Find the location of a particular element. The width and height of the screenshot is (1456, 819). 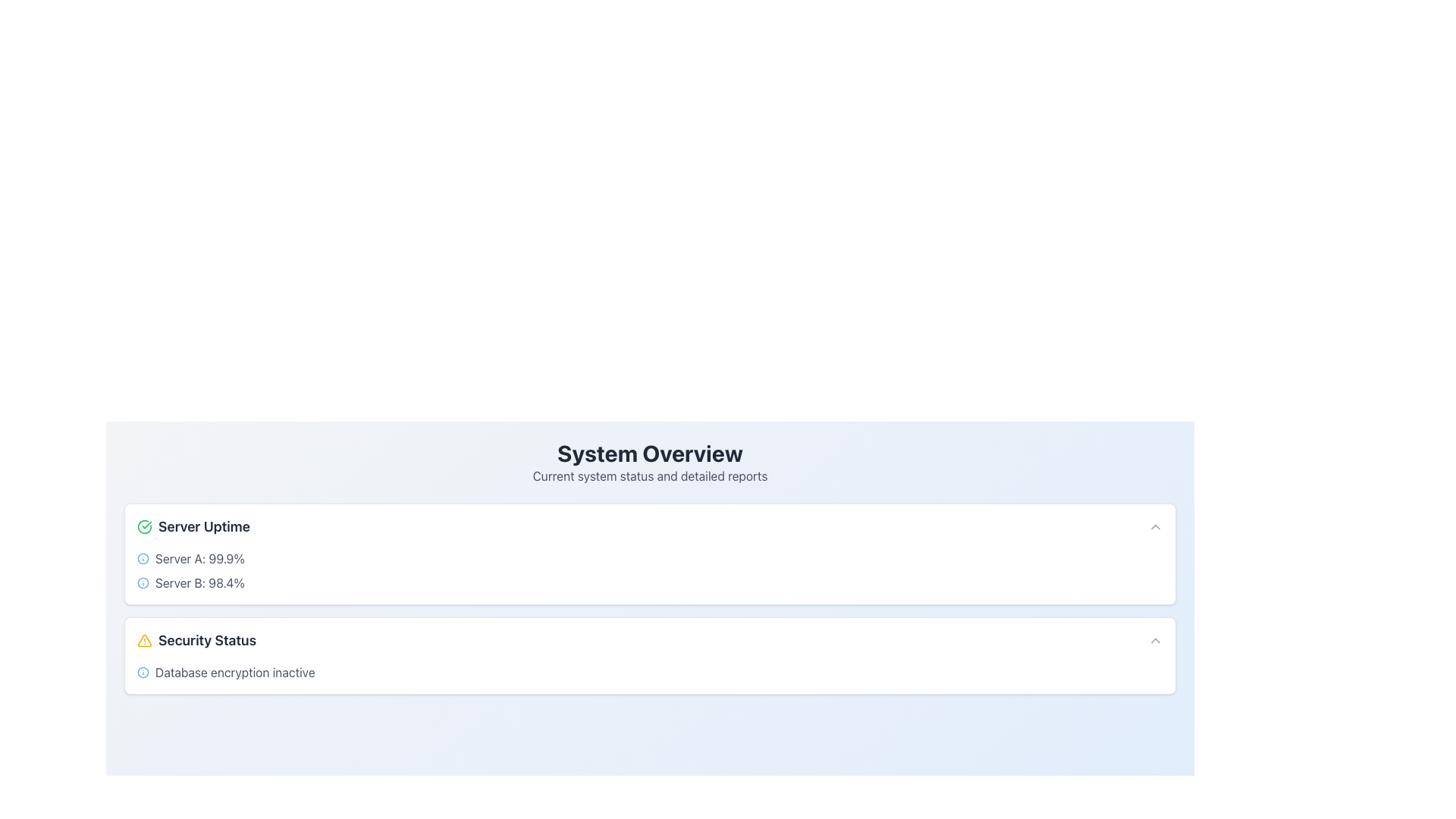

the composite UI component that combines a green circular checkmark icon and the label 'Server Uptime', located at the top-left corner of its card layout is located at coordinates (193, 526).